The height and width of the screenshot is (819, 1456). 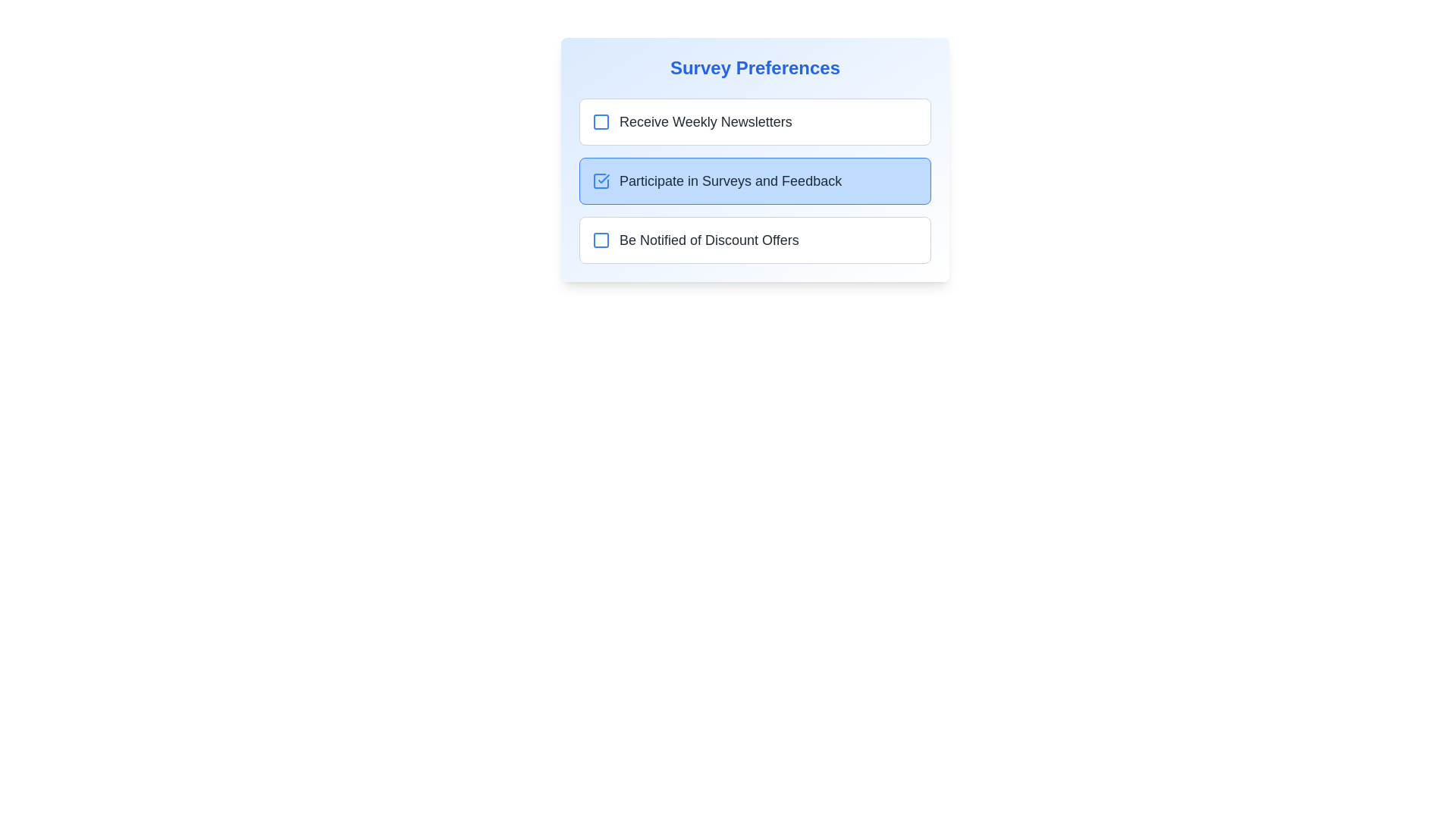 What do you see at coordinates (600, 239) in the screenshot?
I see `the empty blue-outlined checkbox located` at bounding box center [600, 239].